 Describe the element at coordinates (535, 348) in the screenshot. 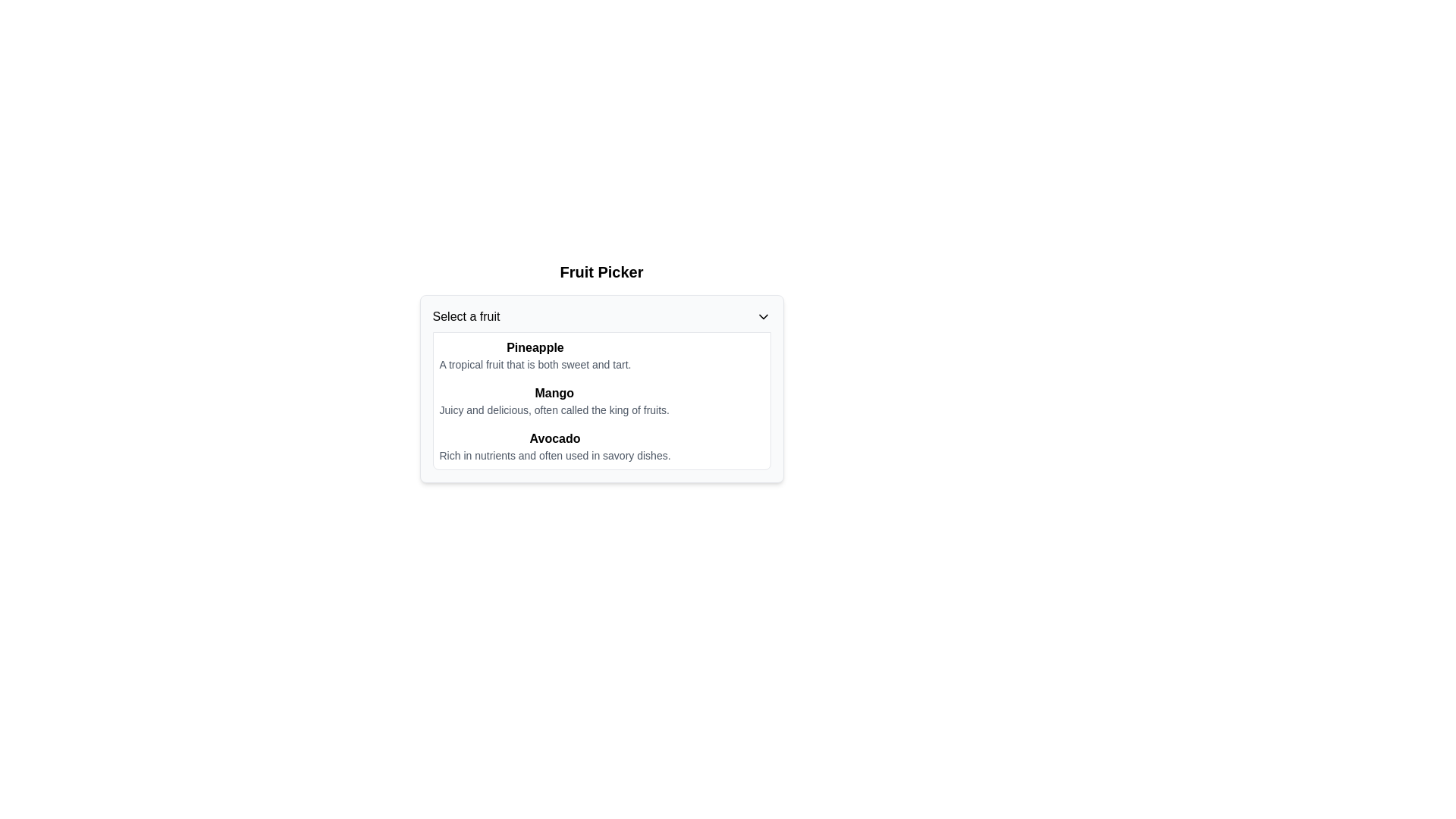

I see `text label that displays 'Pineapple', which is the first entry in the fruit categories list and styled in bold font` at that location.